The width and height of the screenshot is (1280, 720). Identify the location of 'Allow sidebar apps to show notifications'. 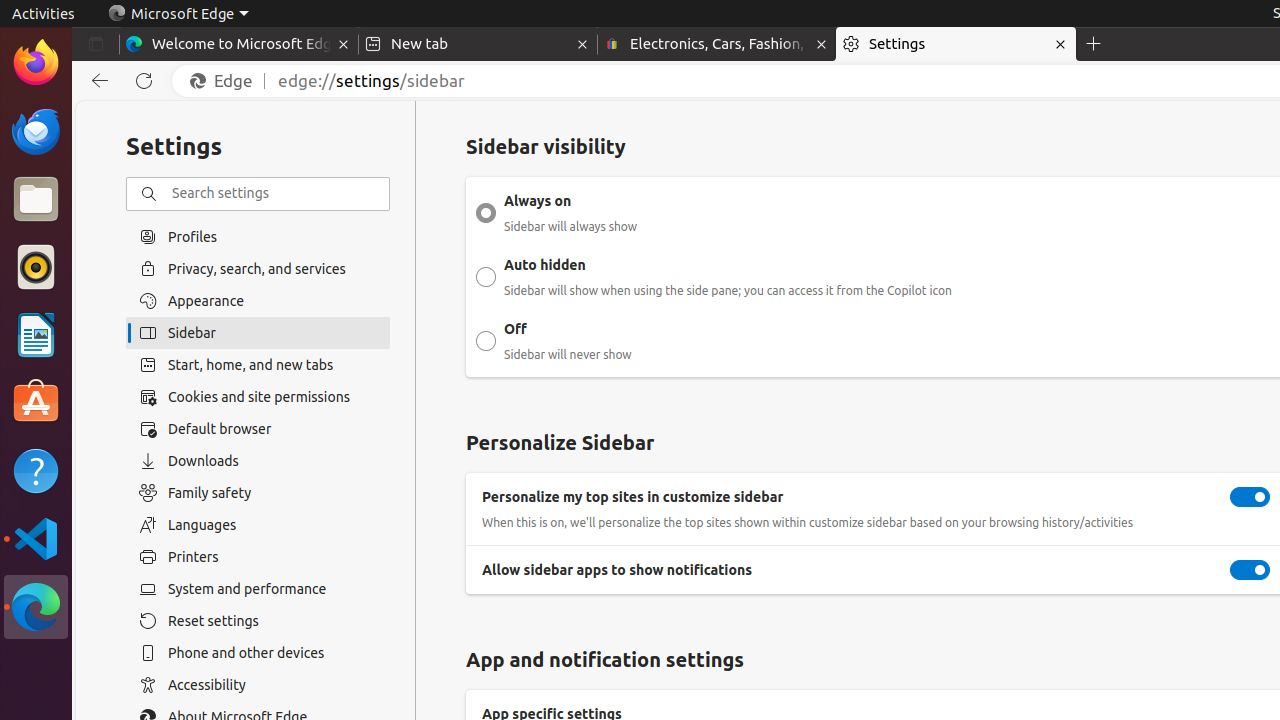
(1249, 570).